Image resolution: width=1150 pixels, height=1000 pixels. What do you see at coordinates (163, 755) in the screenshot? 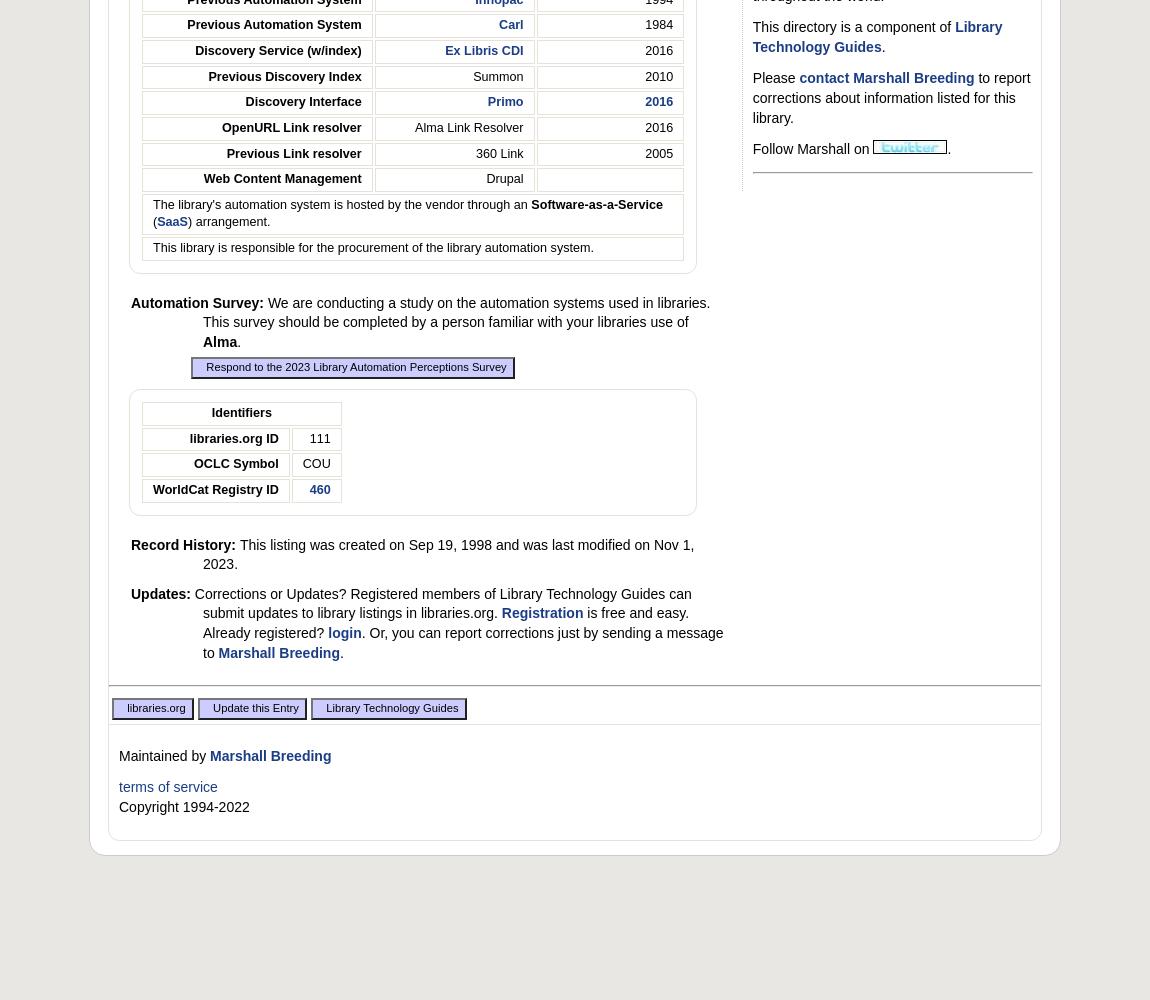
I see `'Maintained by'` at bounding box center [163, 755].